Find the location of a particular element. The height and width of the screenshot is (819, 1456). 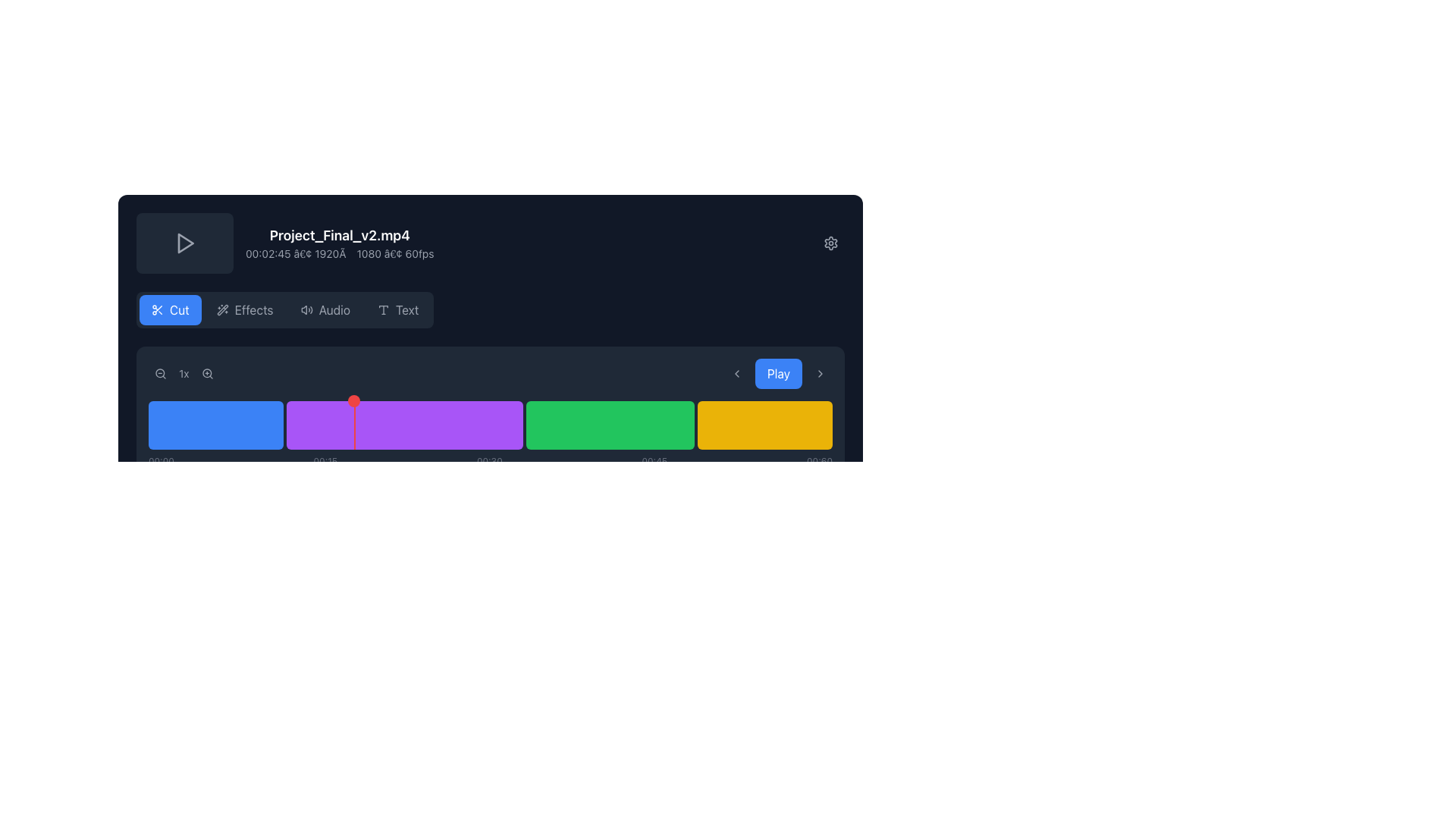

the third visual block segment in the timeline interface to trigger its hover state is located at coordinates (610, 425).